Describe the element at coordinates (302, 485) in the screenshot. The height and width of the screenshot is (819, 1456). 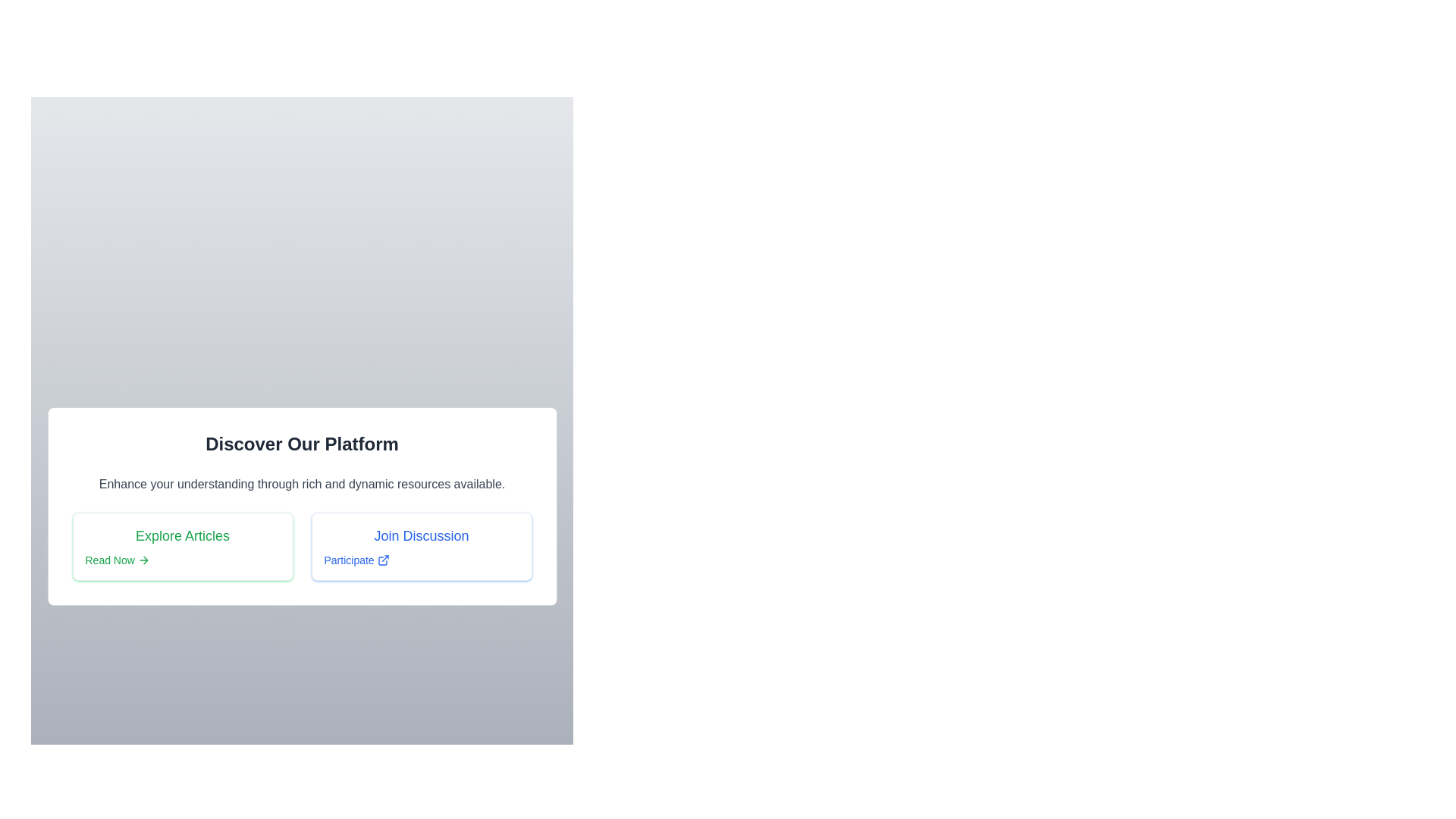
I see `the text element displaying 'Enhance your understanding through rich and dynamic resources available.' which is located below the header 'Discover Our Platform' and above the options grid` at that location.